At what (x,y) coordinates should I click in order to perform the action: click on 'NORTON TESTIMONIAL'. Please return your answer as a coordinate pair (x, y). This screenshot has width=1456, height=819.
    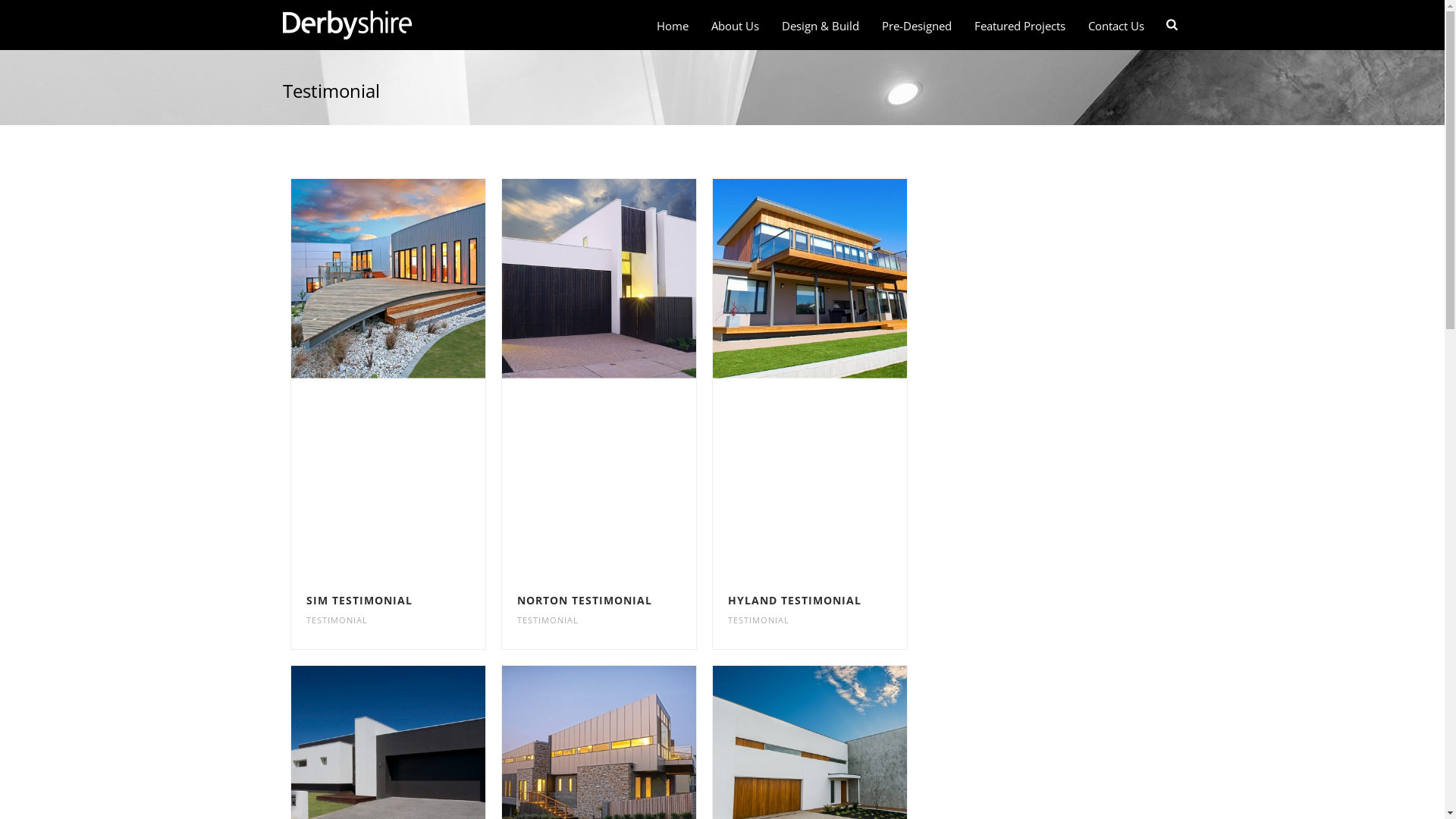
    Looking at the image, I should click on (584, 599).